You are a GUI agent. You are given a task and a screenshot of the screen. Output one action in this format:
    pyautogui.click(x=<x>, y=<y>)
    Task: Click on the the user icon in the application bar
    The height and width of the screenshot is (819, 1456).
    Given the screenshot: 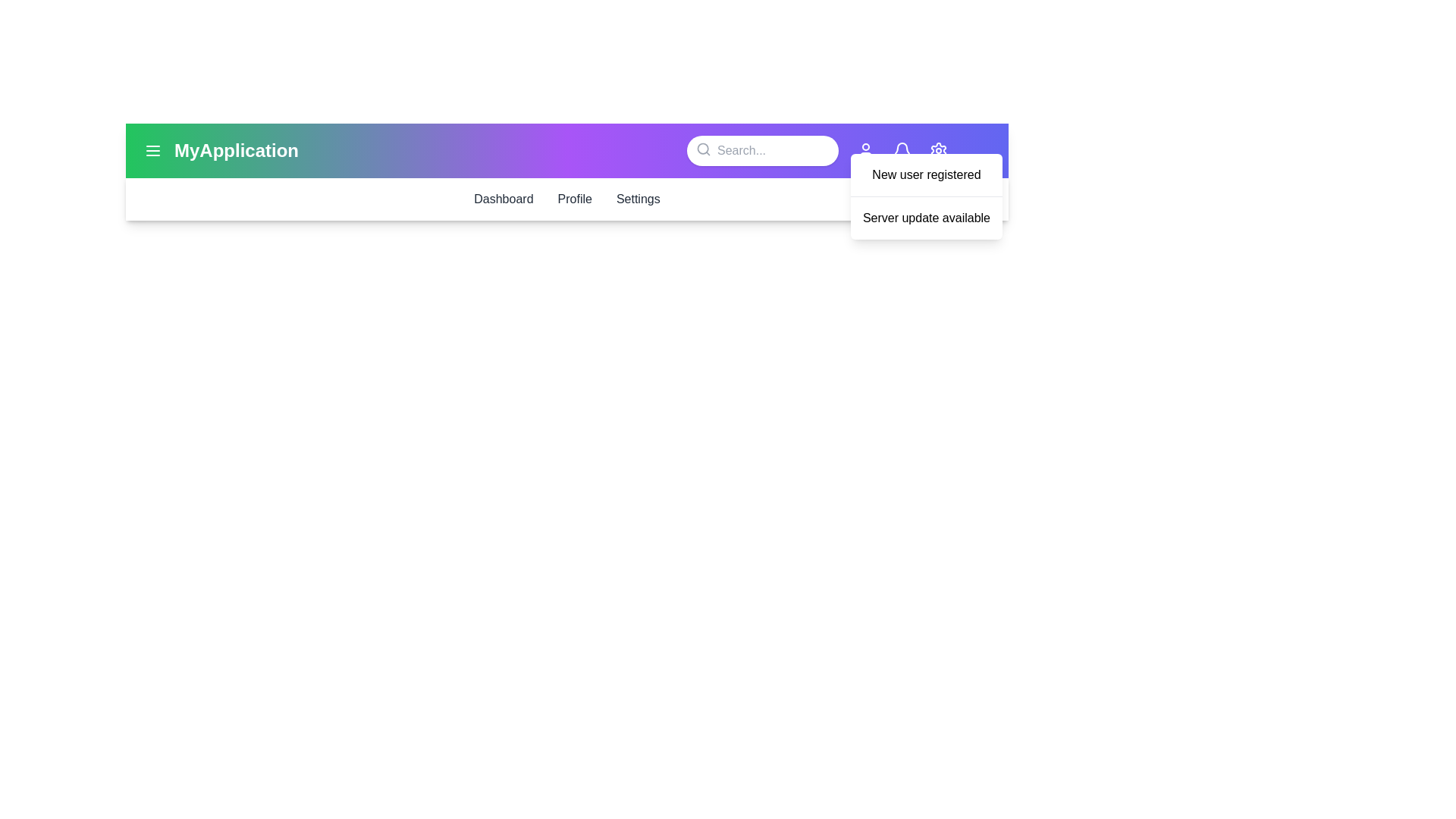 What is the action you would take?
    pyautogui.click(x=866, y=151)
    